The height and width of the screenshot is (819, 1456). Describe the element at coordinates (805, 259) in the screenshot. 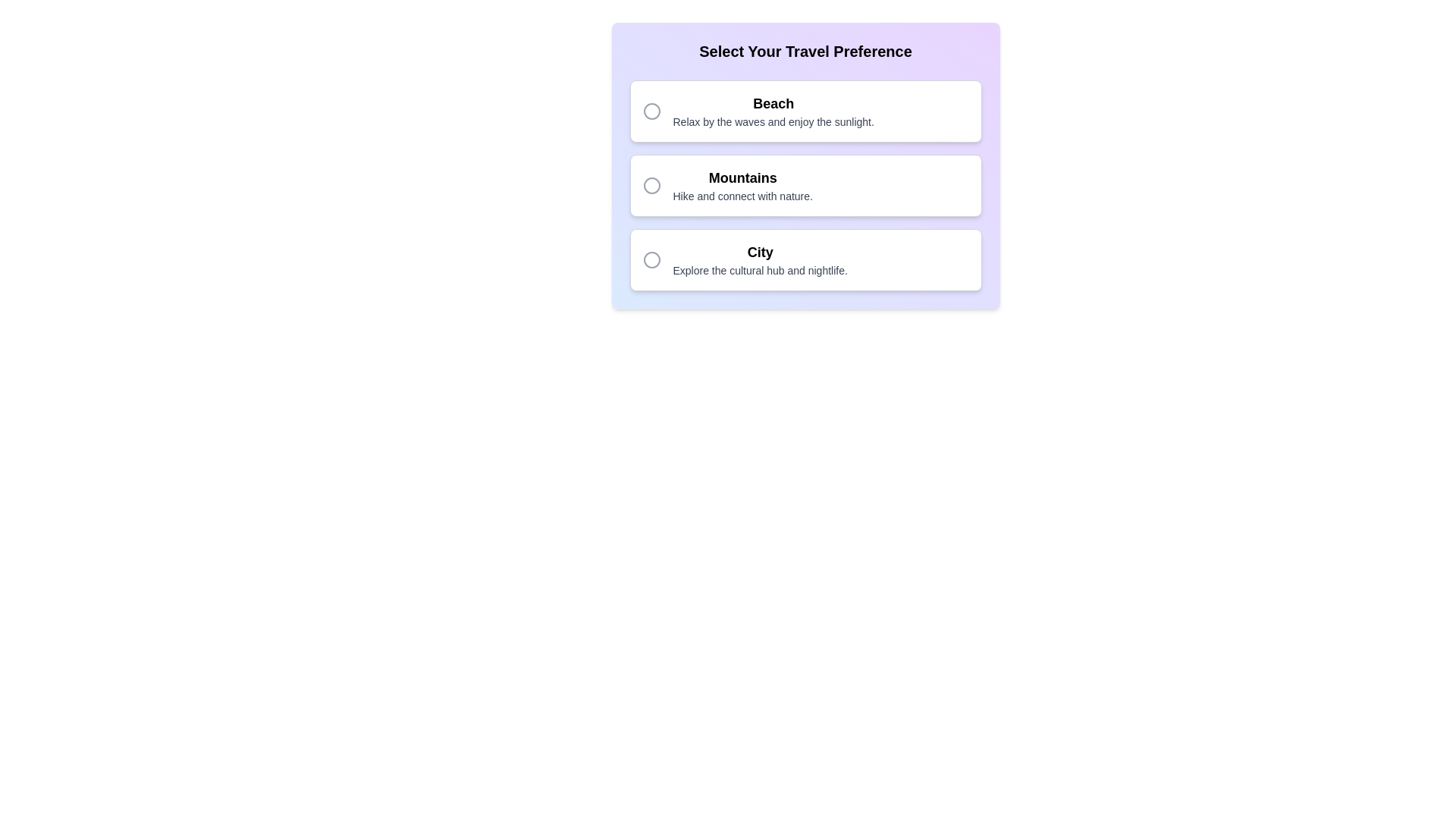

I see `the third selectable option in the travel preferences list` at that location.